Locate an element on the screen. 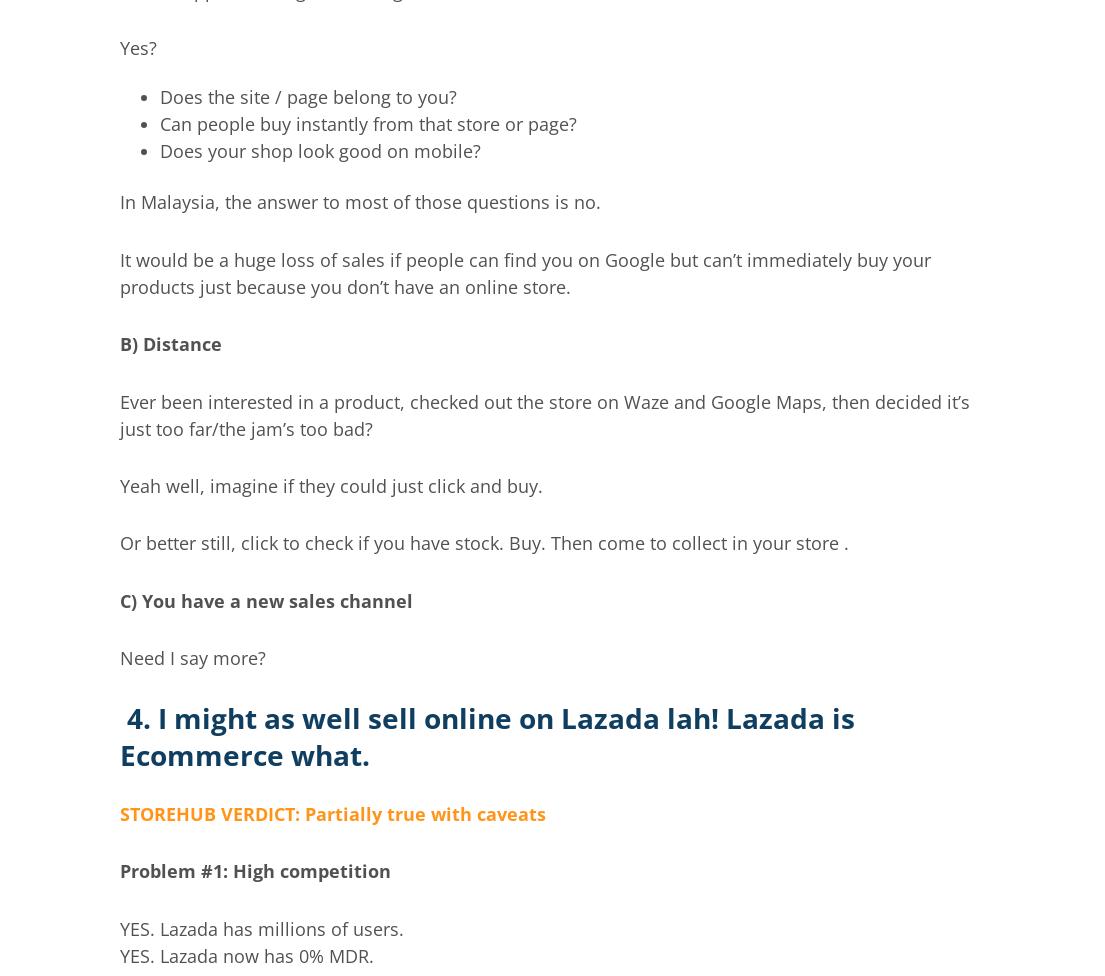 This screenshot has width=1105, height=976. 'Ever been interested in a product, checked out the store on Waze and Google Maps, then decided it’s just too far/the jam’s too bad?' is located at coordinates (543, 413).